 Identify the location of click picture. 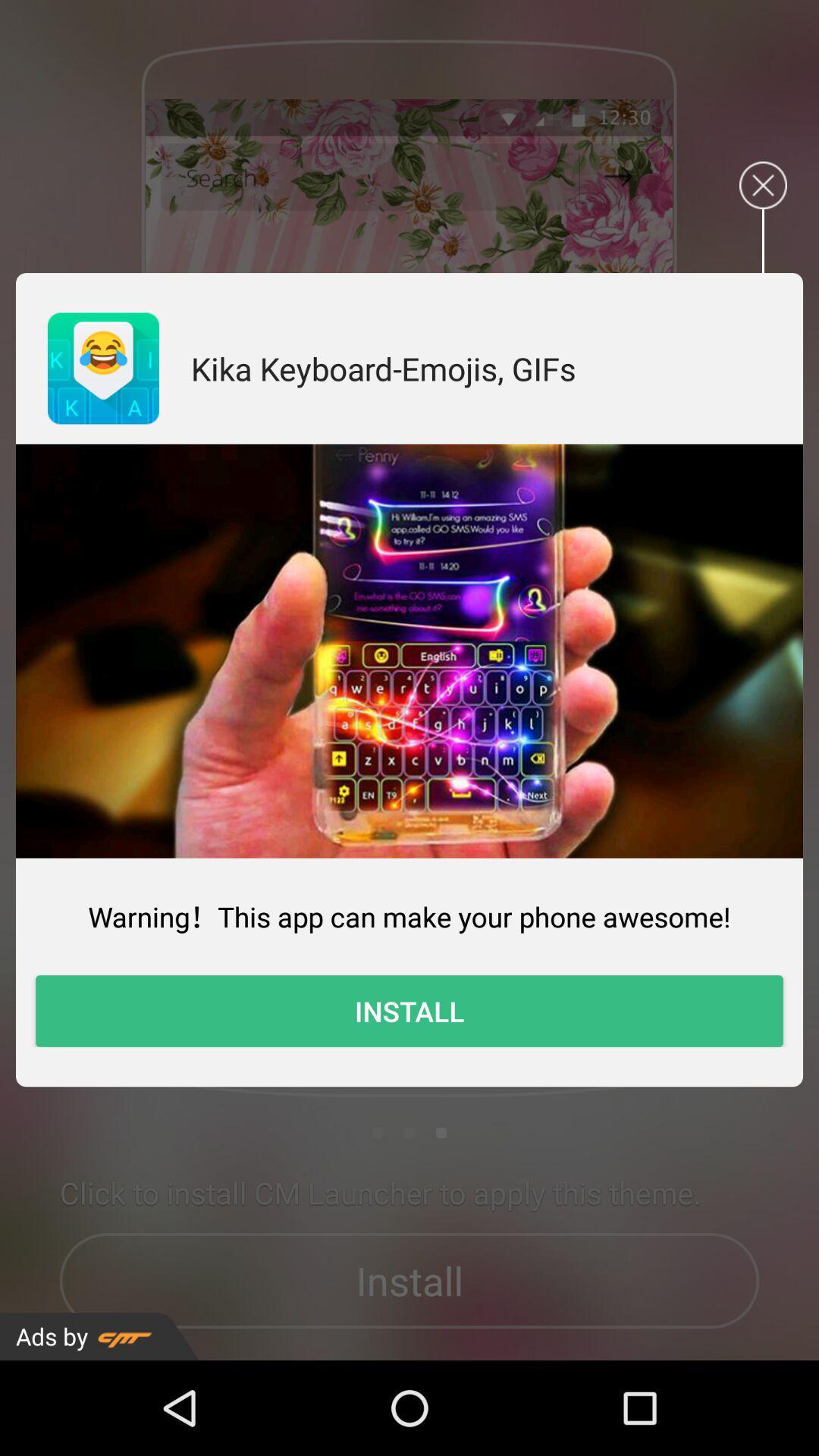
(409, 651).